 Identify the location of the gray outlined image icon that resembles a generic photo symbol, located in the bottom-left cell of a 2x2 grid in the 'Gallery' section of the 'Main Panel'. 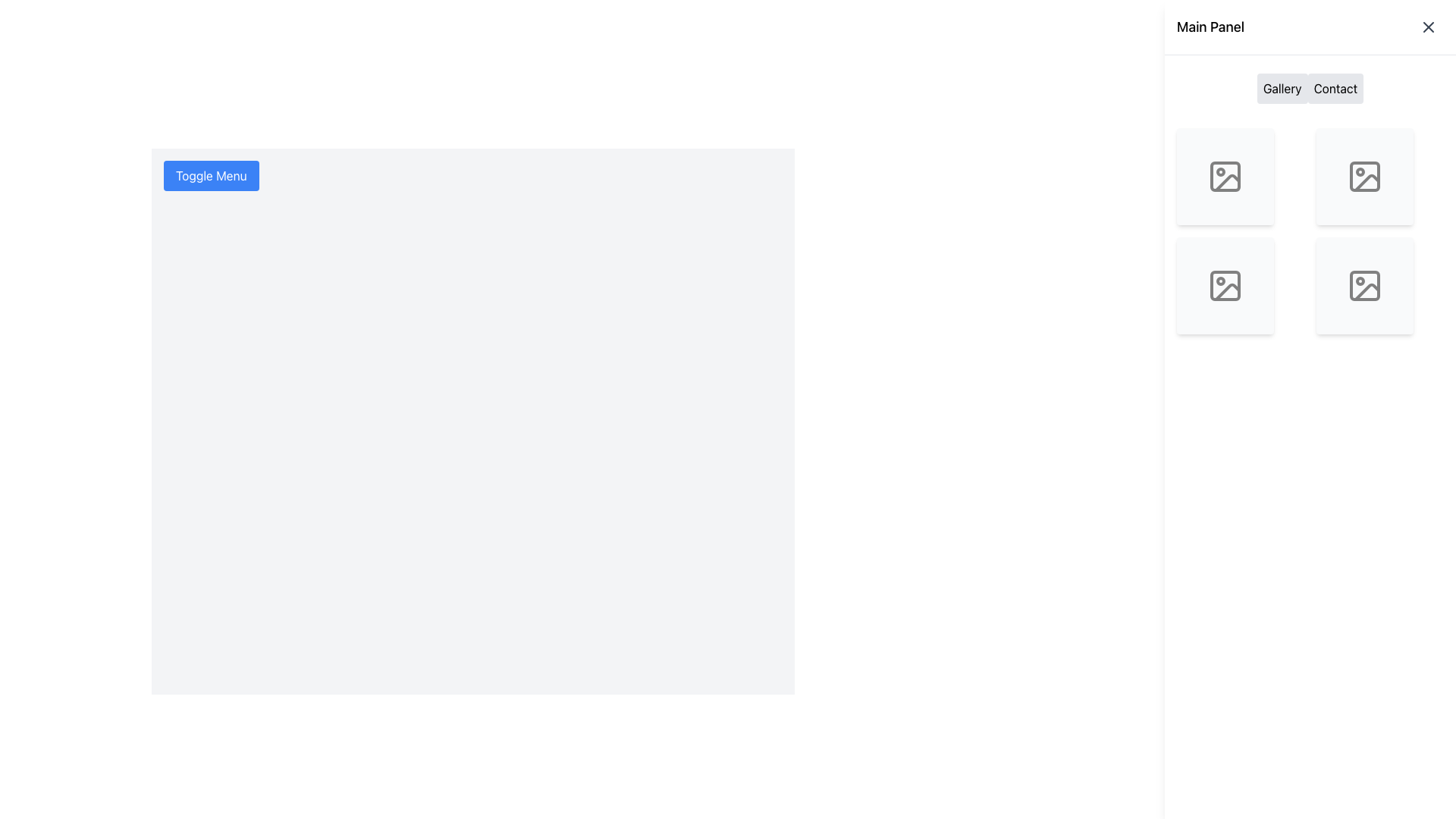
(1225, 286).